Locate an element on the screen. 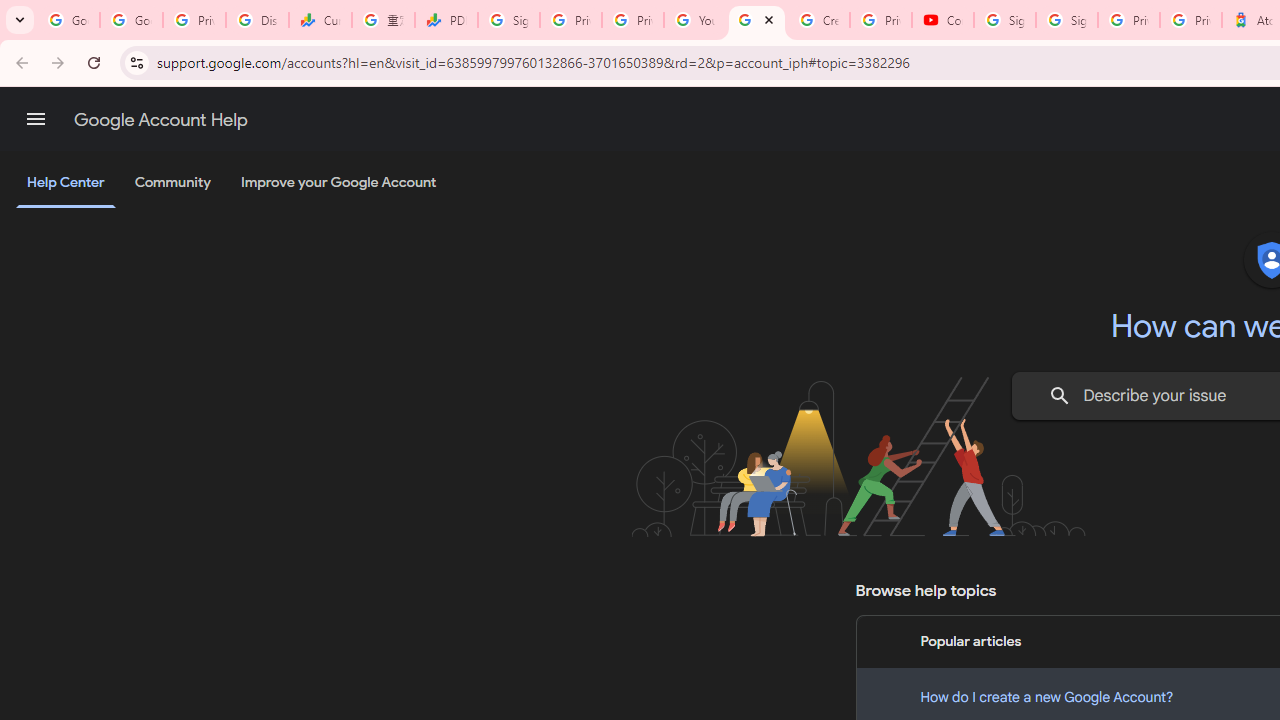  'PDD Holdings Inc - ADR (PDD) Price & News - Google Finance' is located at coordinates (445, 20).